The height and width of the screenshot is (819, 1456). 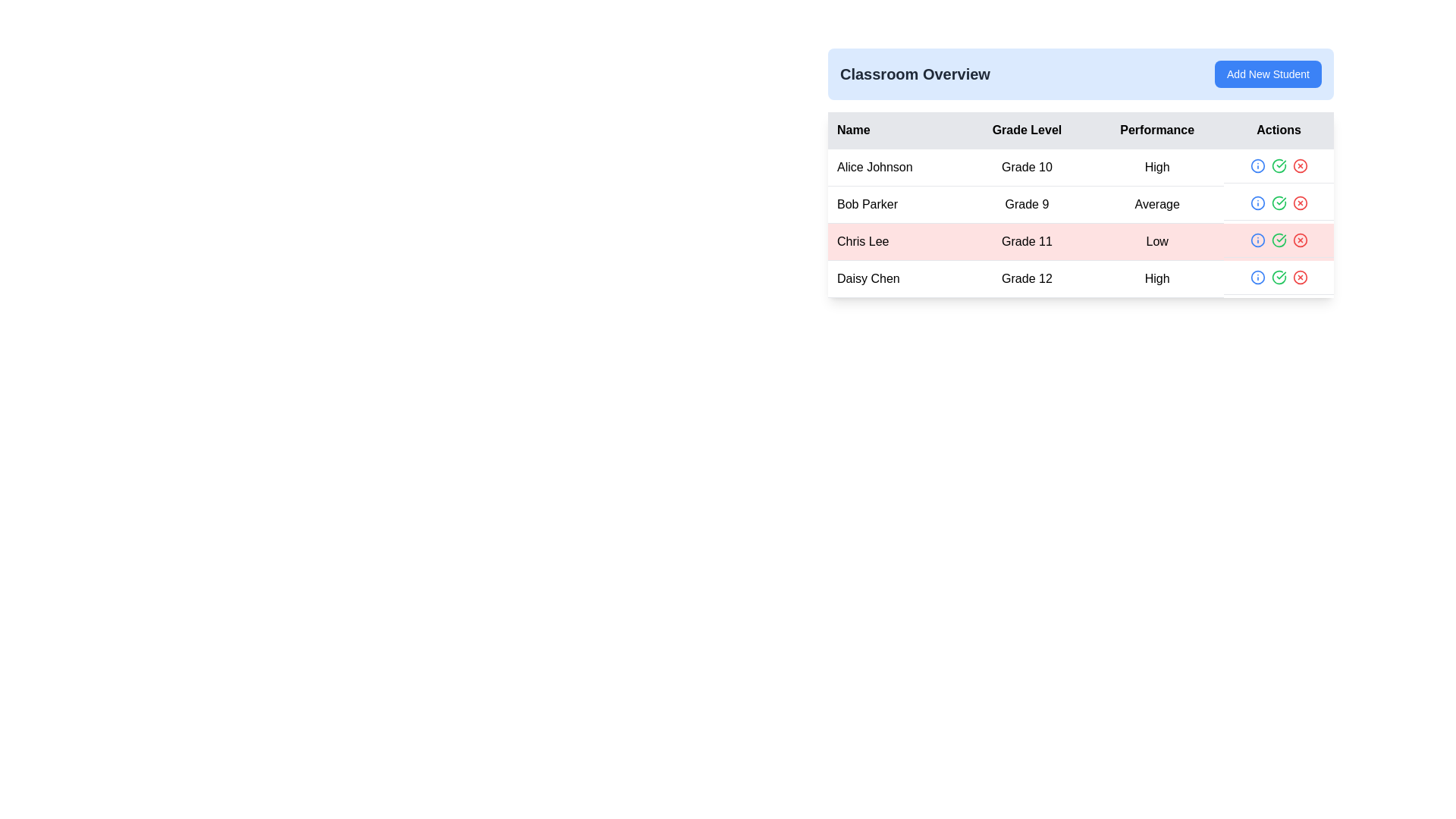 What do you see at coordinates (1080, 278) in the screenshot?
I see `one of the interactive icons in the 'Actions' column of the fourth student row in the classroom overview table, which contains student information after 'Alice Johnson', 'Bob Parker', and 'Chris Lee'` at bounding box center [1080, 278].